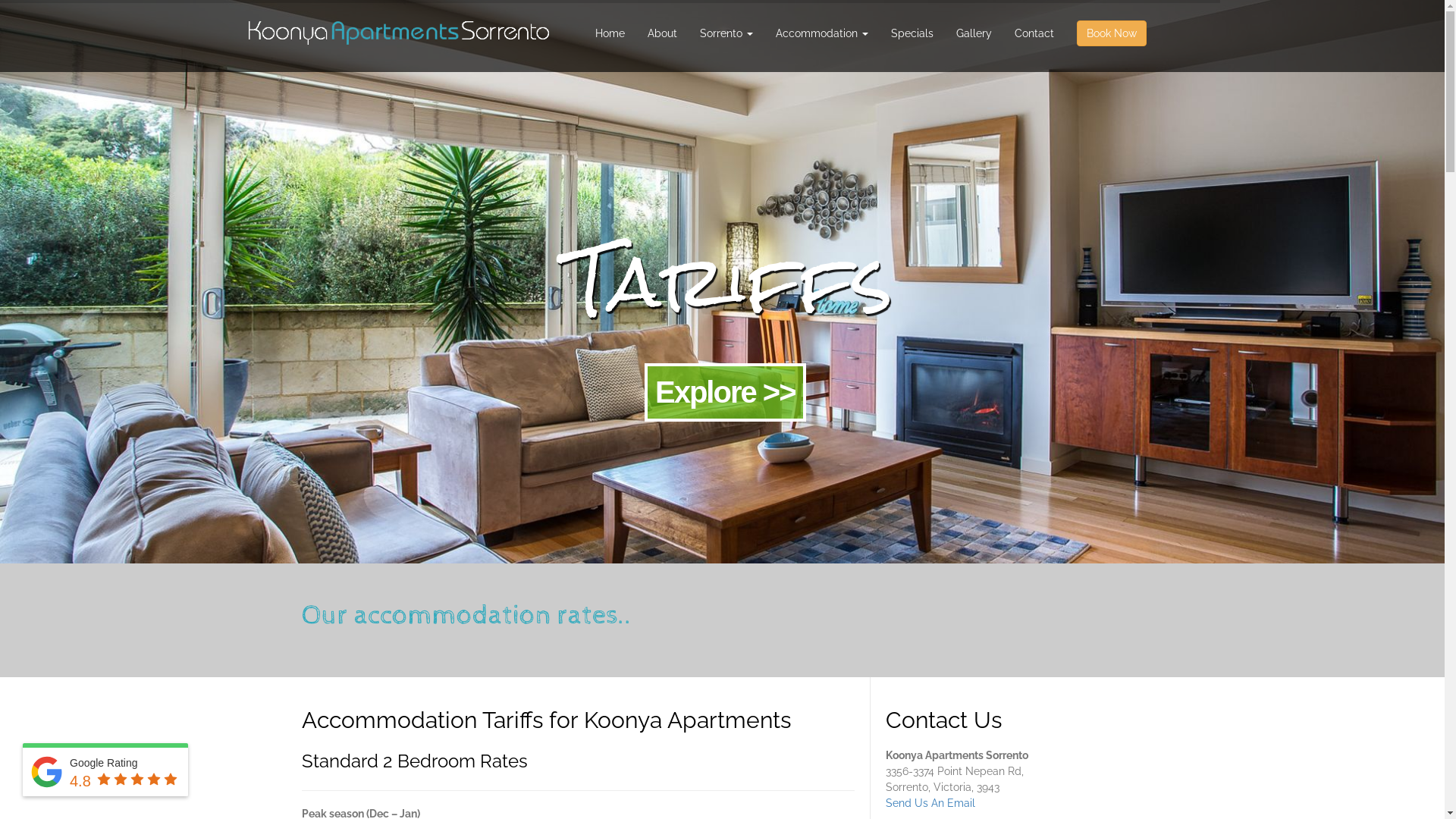 Image resolution: width=1456 pixels, height=819 pixels. I want to click on 'Specials', so click(912, 33).